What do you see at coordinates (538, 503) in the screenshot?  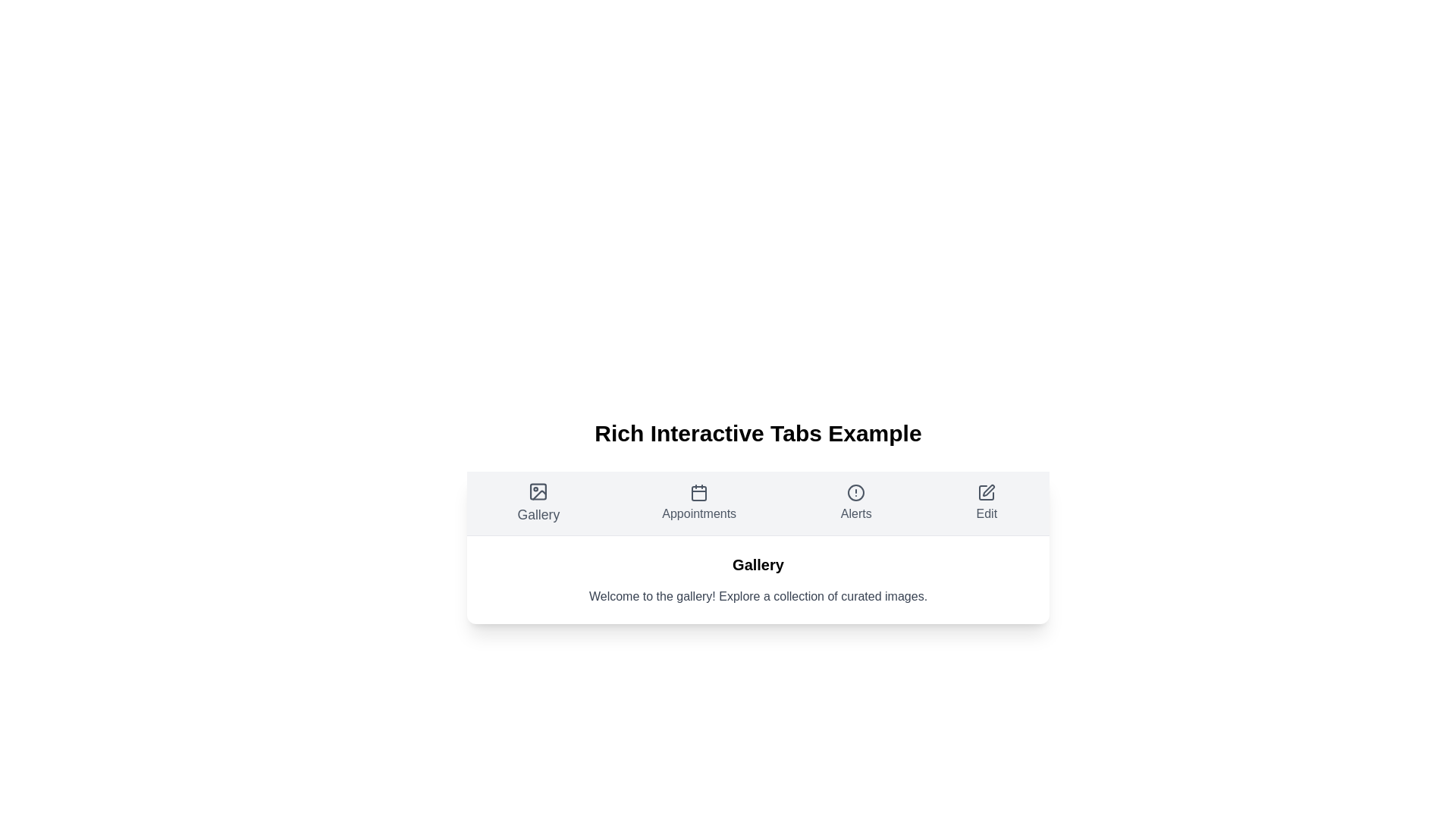 I see `the tab labeled Gallery` at bounding box center [538, 503].